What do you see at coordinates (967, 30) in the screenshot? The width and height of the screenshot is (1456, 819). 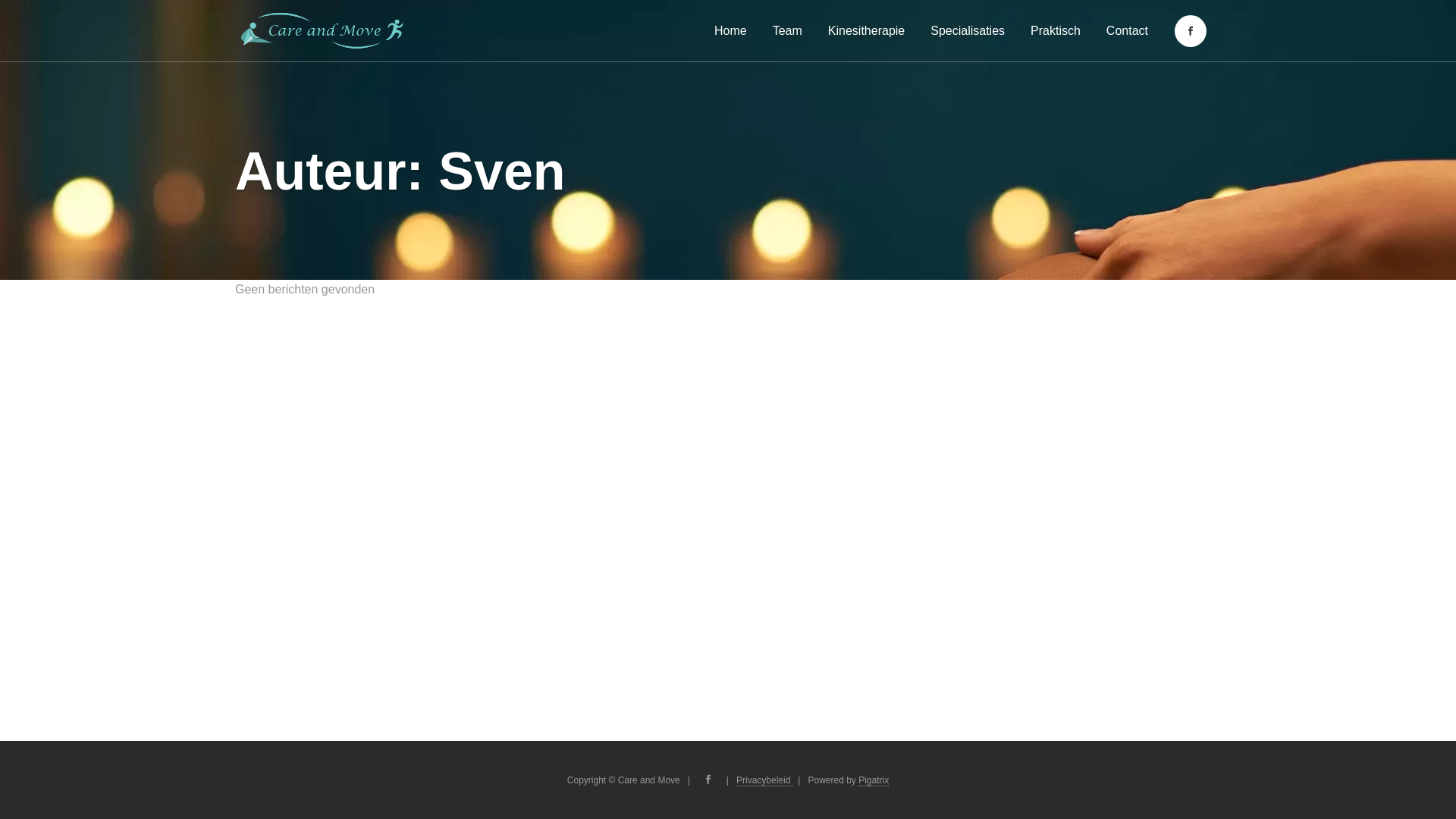 I see `'Specialisaties'` at bounding box center [967, 30].